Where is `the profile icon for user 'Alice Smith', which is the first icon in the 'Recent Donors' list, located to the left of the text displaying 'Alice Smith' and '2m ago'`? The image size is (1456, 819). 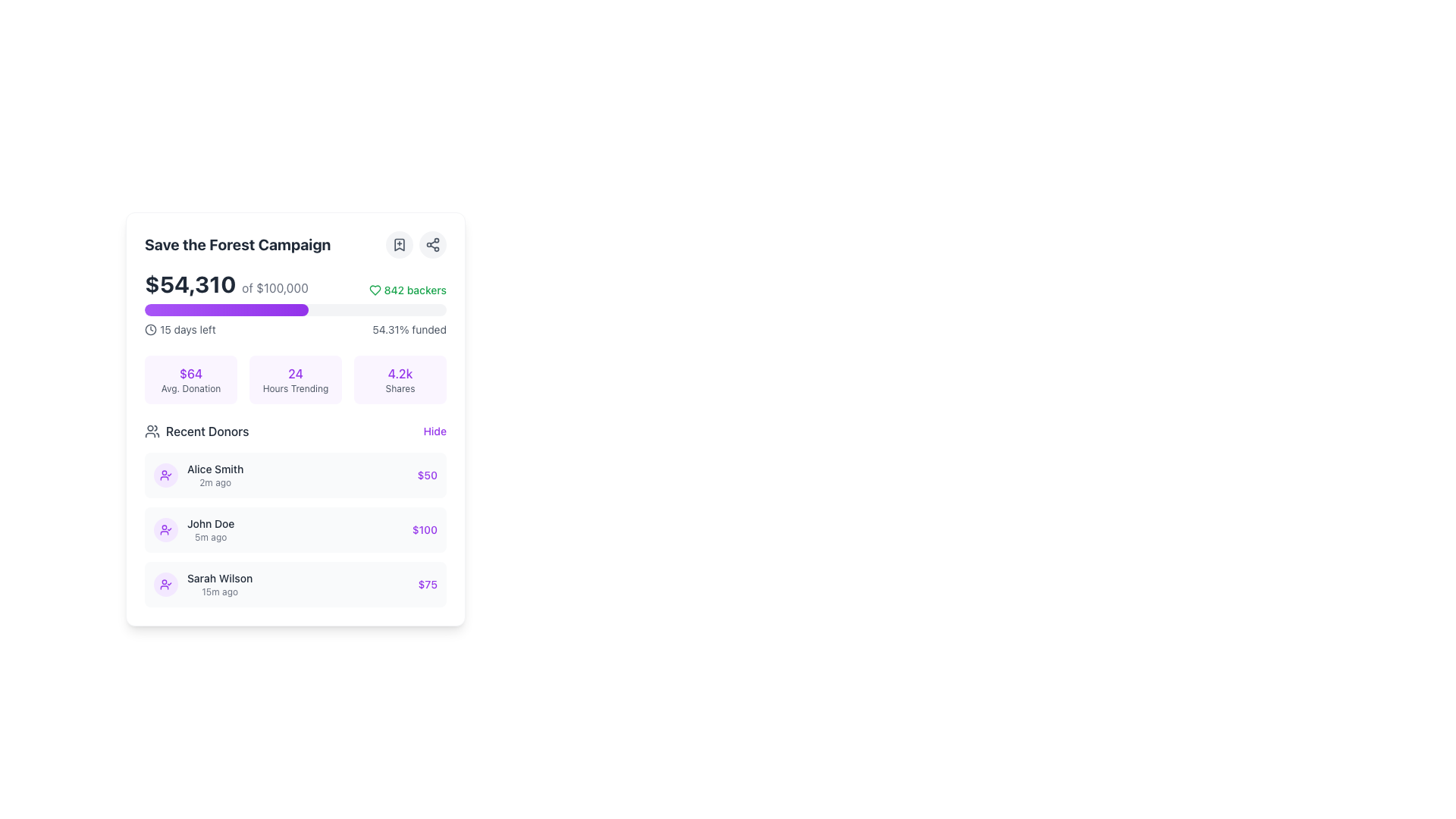 the profile icon for user 'Alice Smith', which is the first icon in the 'Recent Donors' list, located to the left of the text displaying 'Alice Smith' and '2m ago' is located at coordinates (166, 475).